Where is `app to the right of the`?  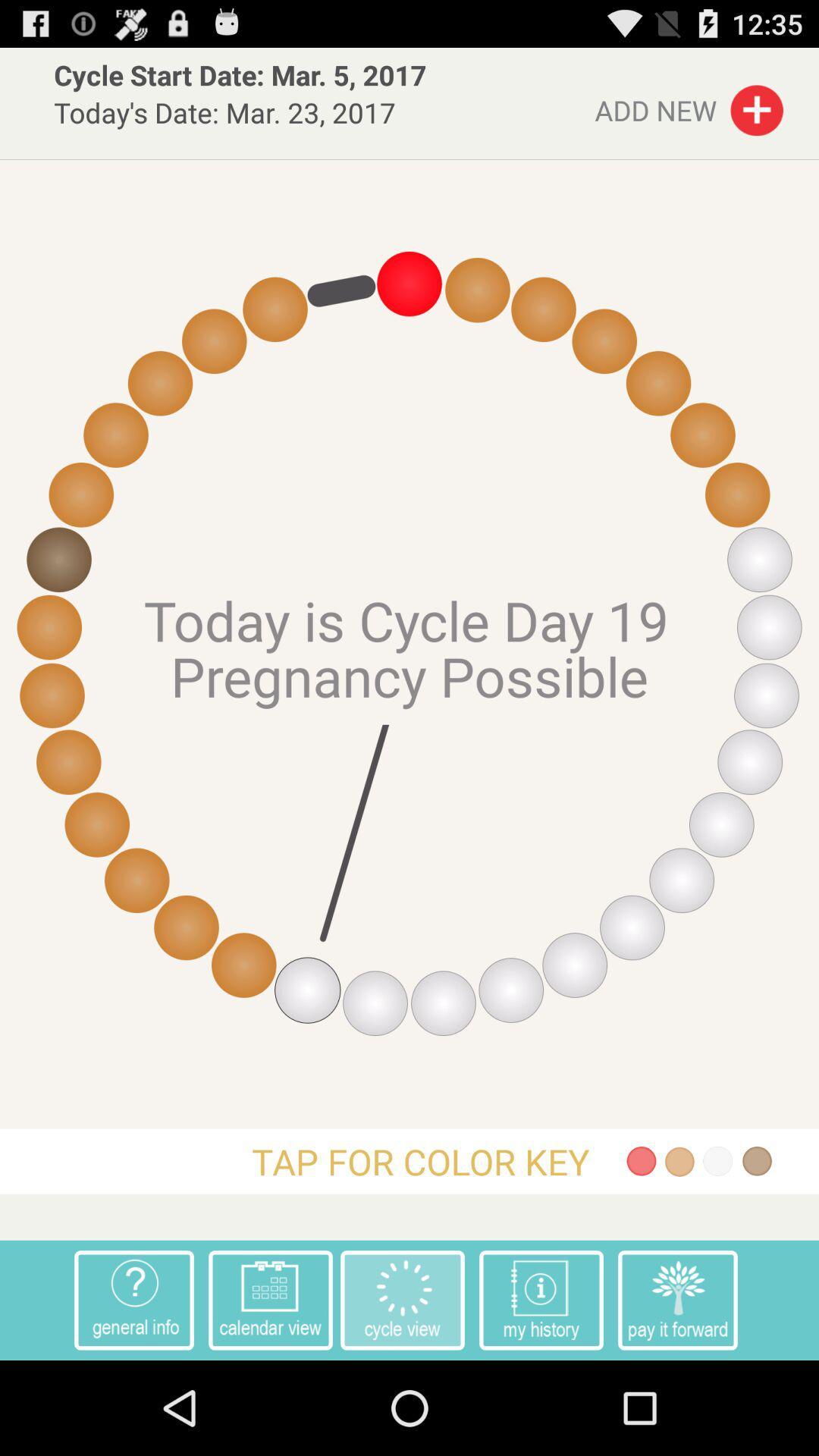
app to the right of the is located at coordinates (677, 1299).